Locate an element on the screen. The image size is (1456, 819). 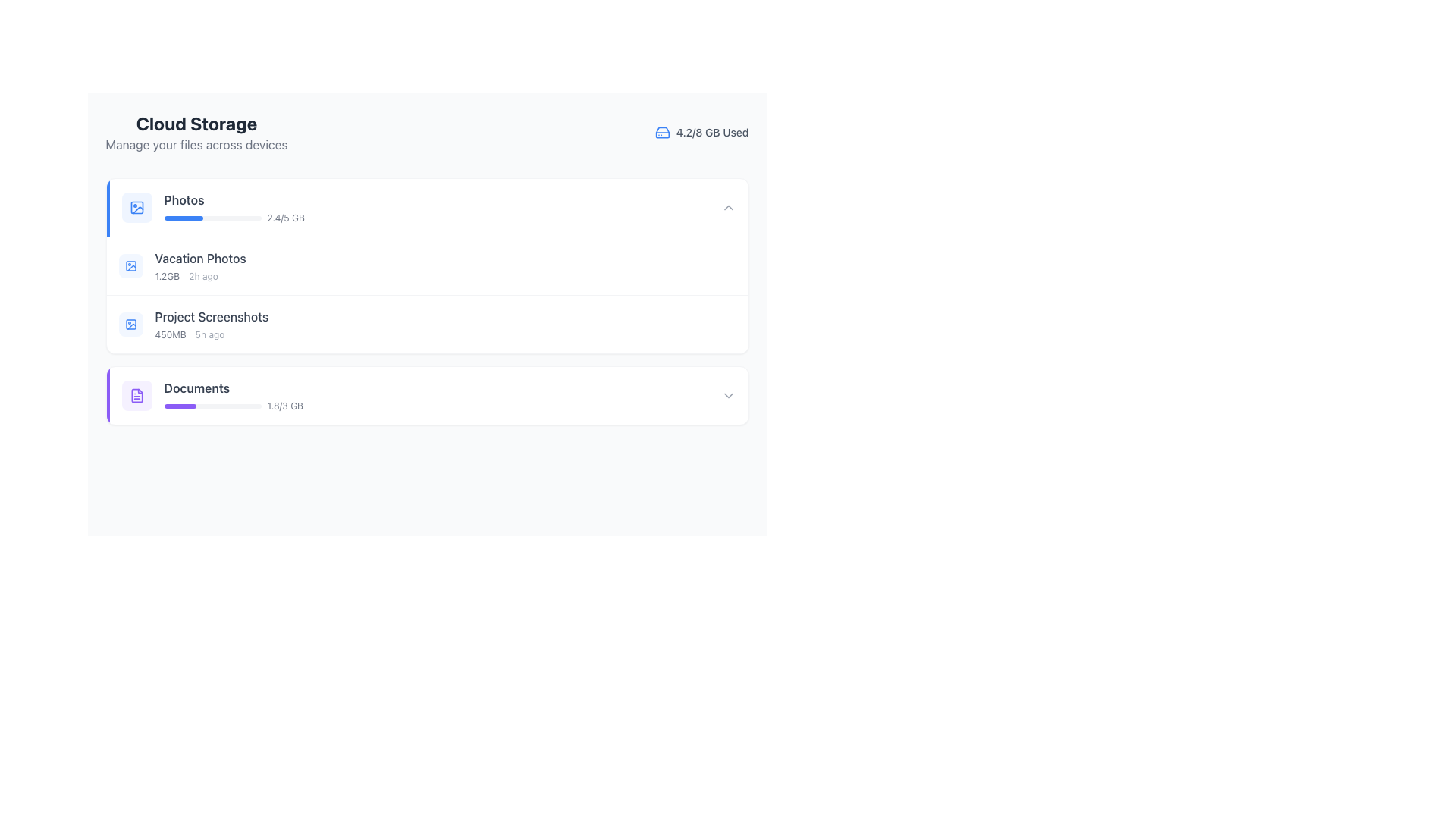
the ellipsis vertical icon button located in the bottom-right corner of the 'Documents' section to navigate options is located at coordinates (724, 453).